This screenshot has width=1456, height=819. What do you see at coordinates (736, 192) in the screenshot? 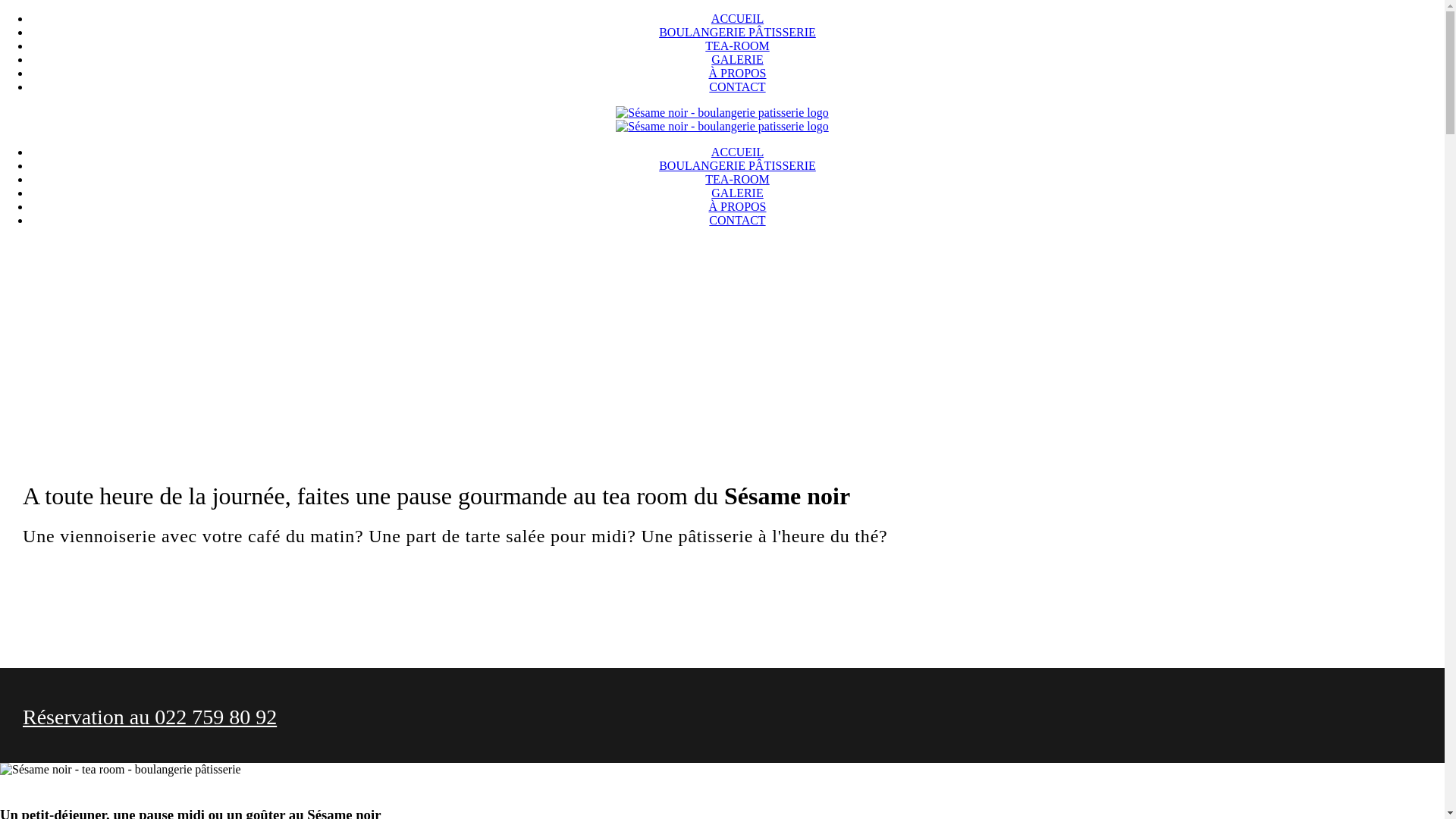
I see `'GALERIE'` at bounding box center [736, 192].